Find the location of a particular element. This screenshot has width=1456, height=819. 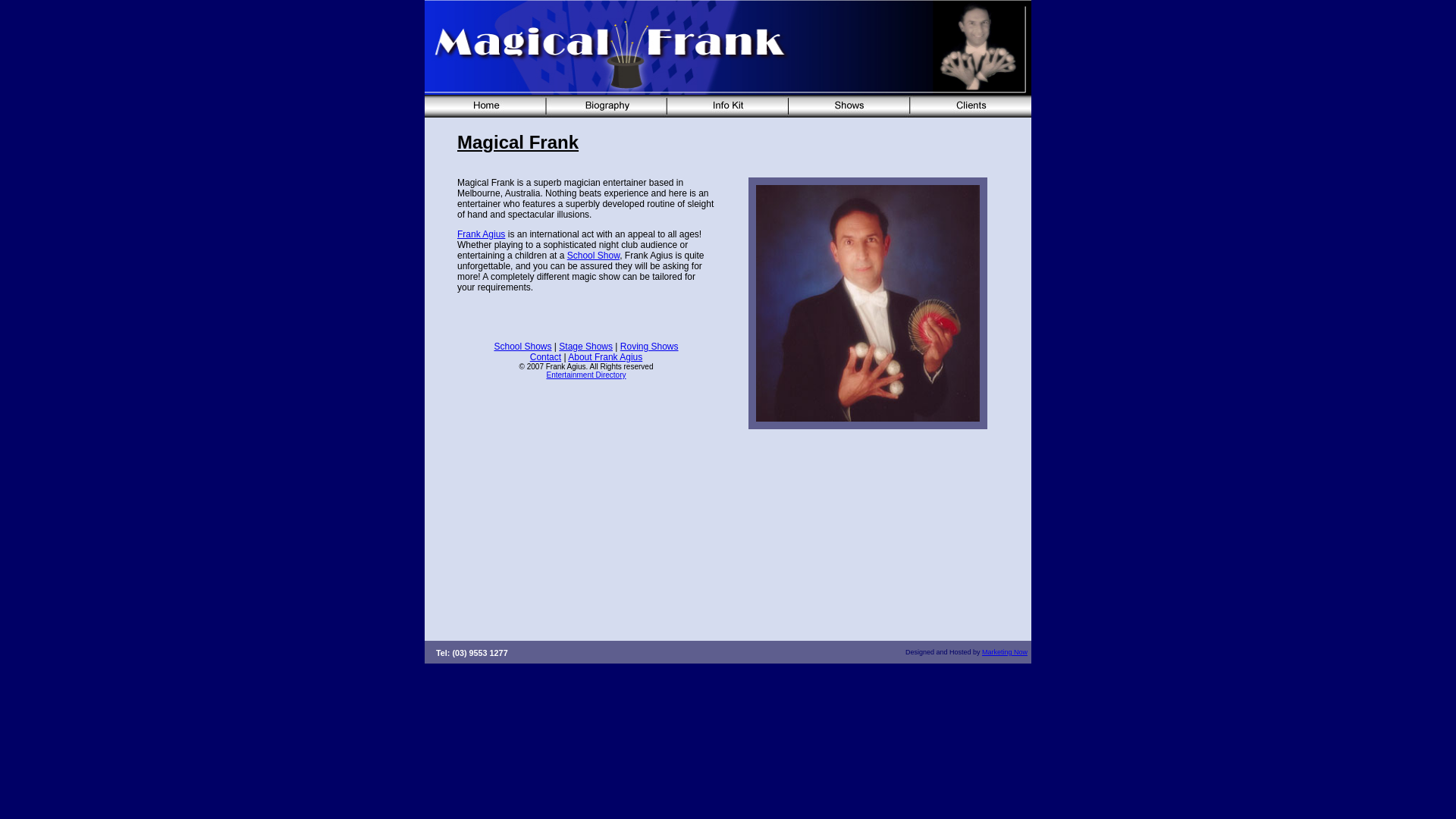

'Frank Agius' is located at coordinates (480, 234).